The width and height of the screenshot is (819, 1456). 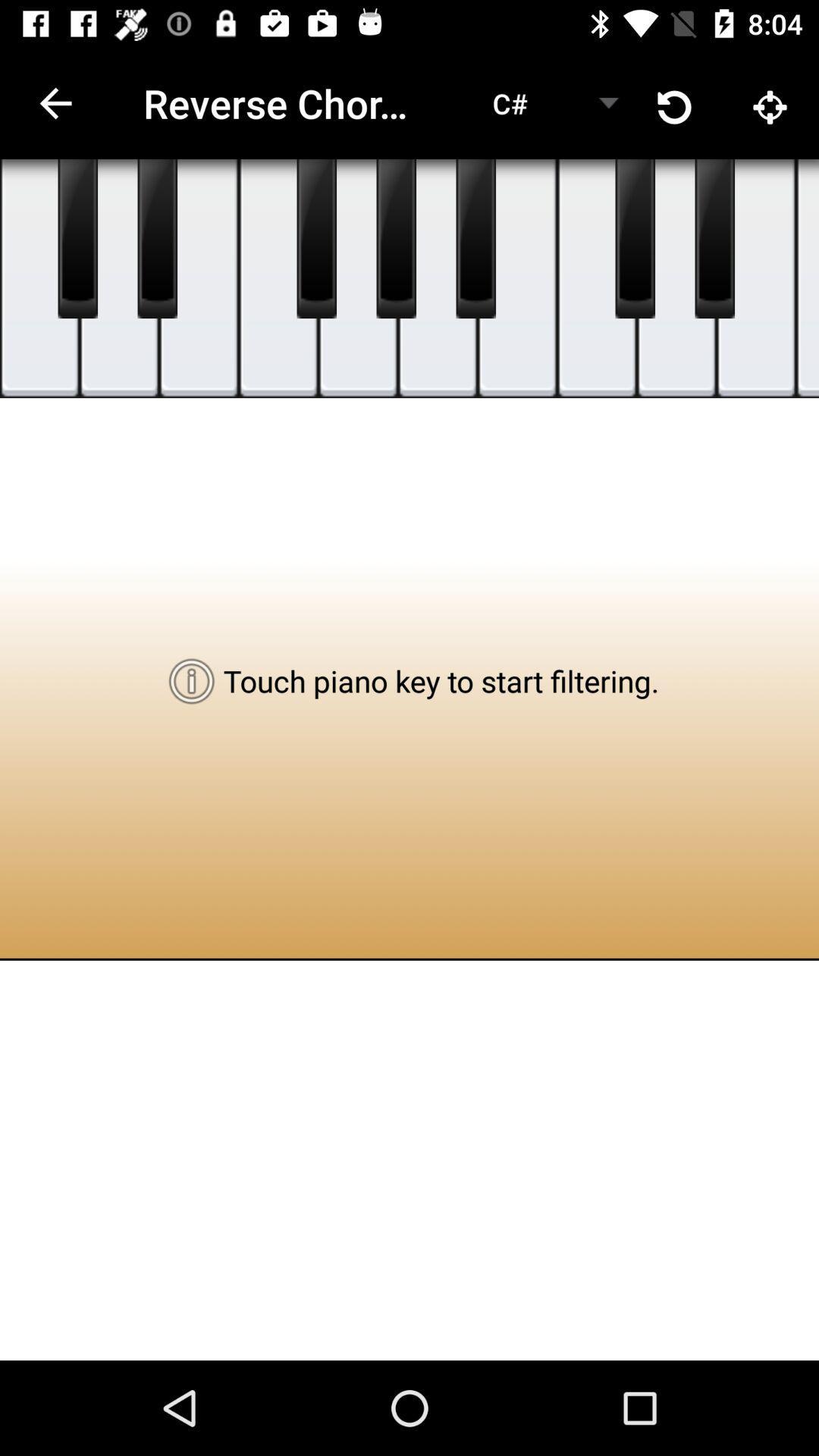 What do you see at coordinates (516, 278) in the screenshot?
I see `hit c note` at bounding box center [516, 278].